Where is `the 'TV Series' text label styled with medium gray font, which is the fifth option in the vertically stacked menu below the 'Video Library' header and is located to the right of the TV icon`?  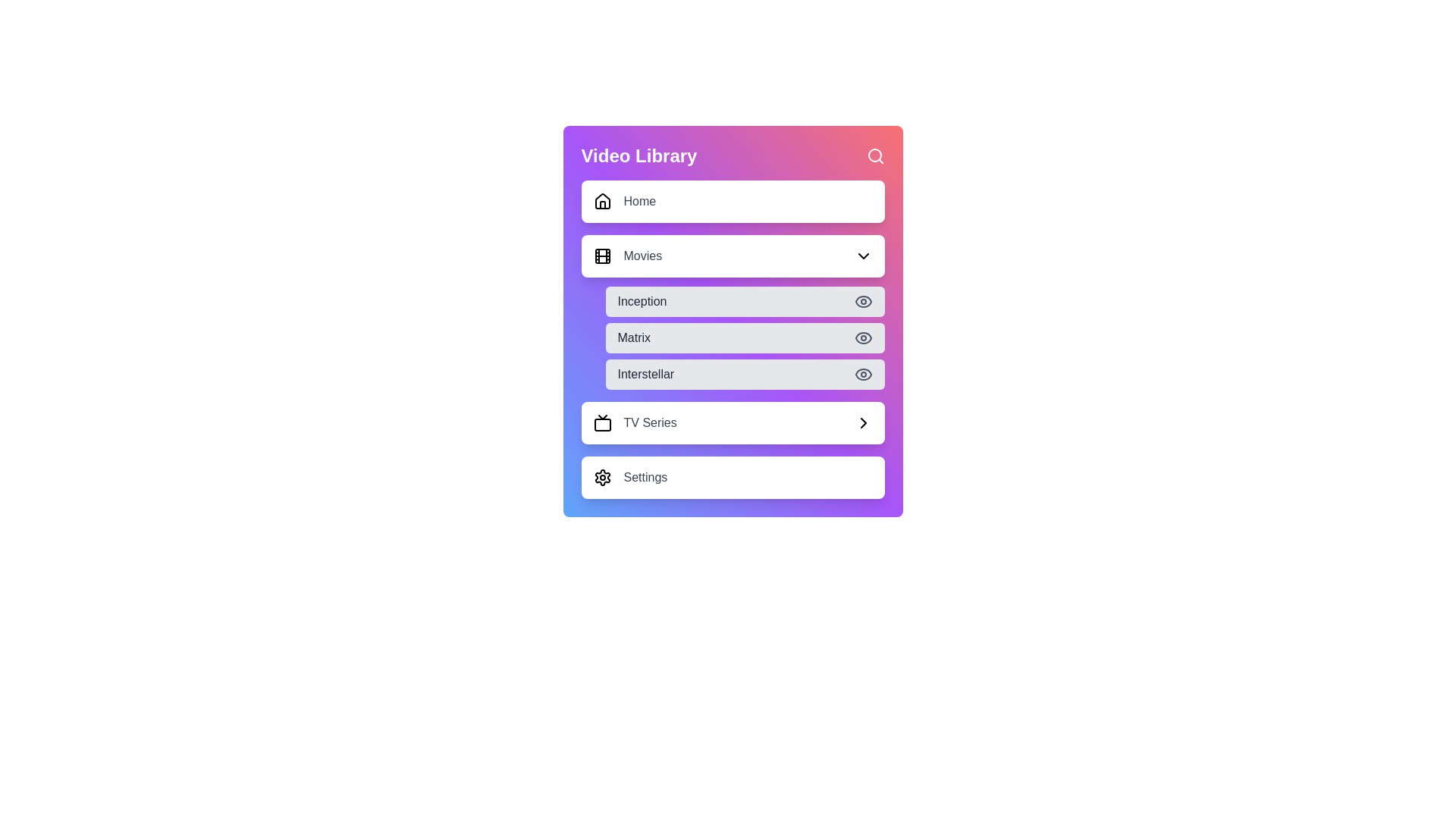 the 'TV Series' text label styled with medium gray font, which is the fifth option in the vertically stacked menu below the 'Video Library' header and is located to the right of the TV icon is located at coordinates (650, 423).